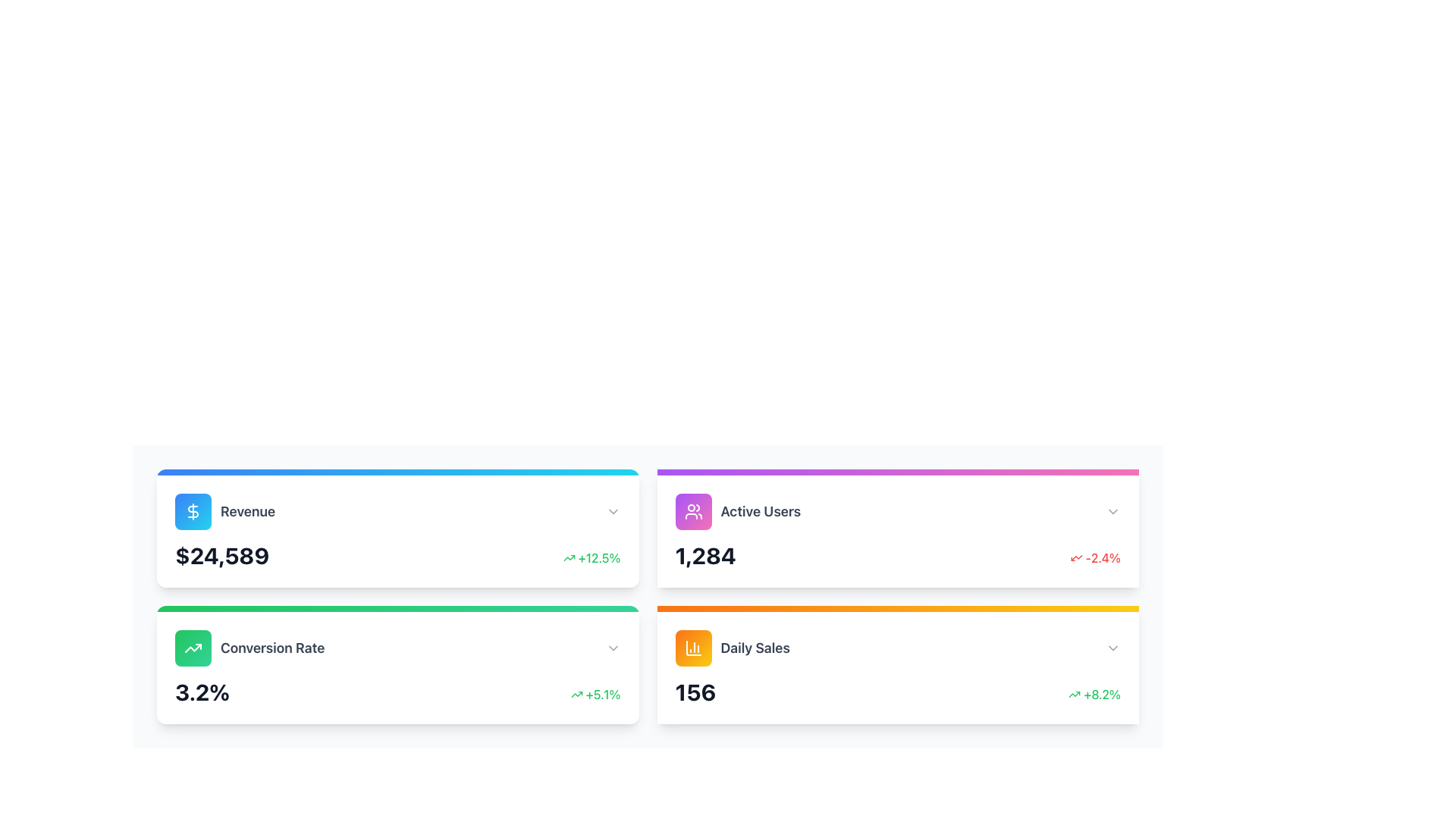 The height and width of the screenshot is (819, 1456). I want to click on the text element displaying '+8.2%' in green font, located in the bottom-right card of a 2x2 grid layout, so click(1102, 694).